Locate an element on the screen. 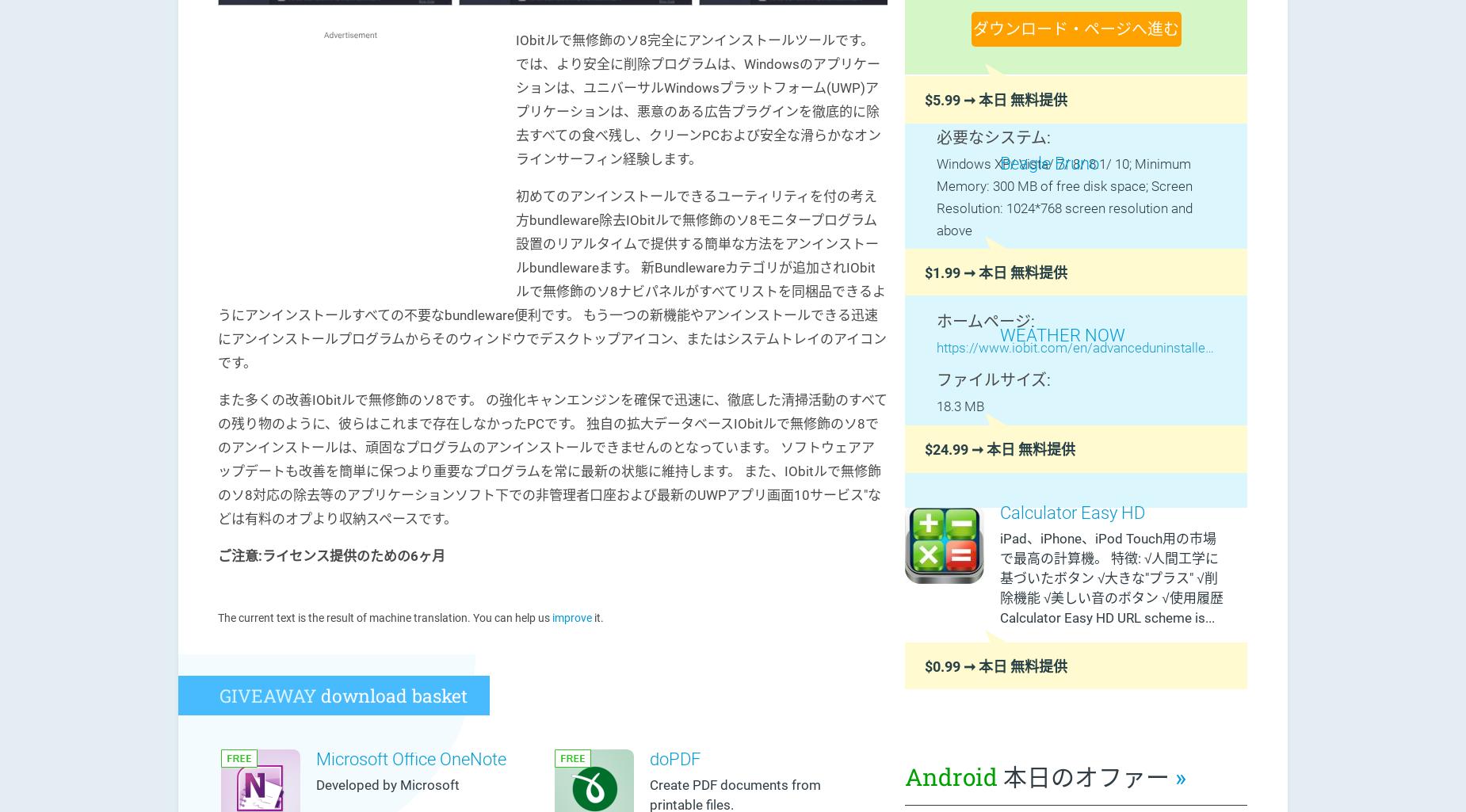 The width and height of the screenshot is (1466, 812). 'Beagle Bruno' is located at coordinates (1048, 162).